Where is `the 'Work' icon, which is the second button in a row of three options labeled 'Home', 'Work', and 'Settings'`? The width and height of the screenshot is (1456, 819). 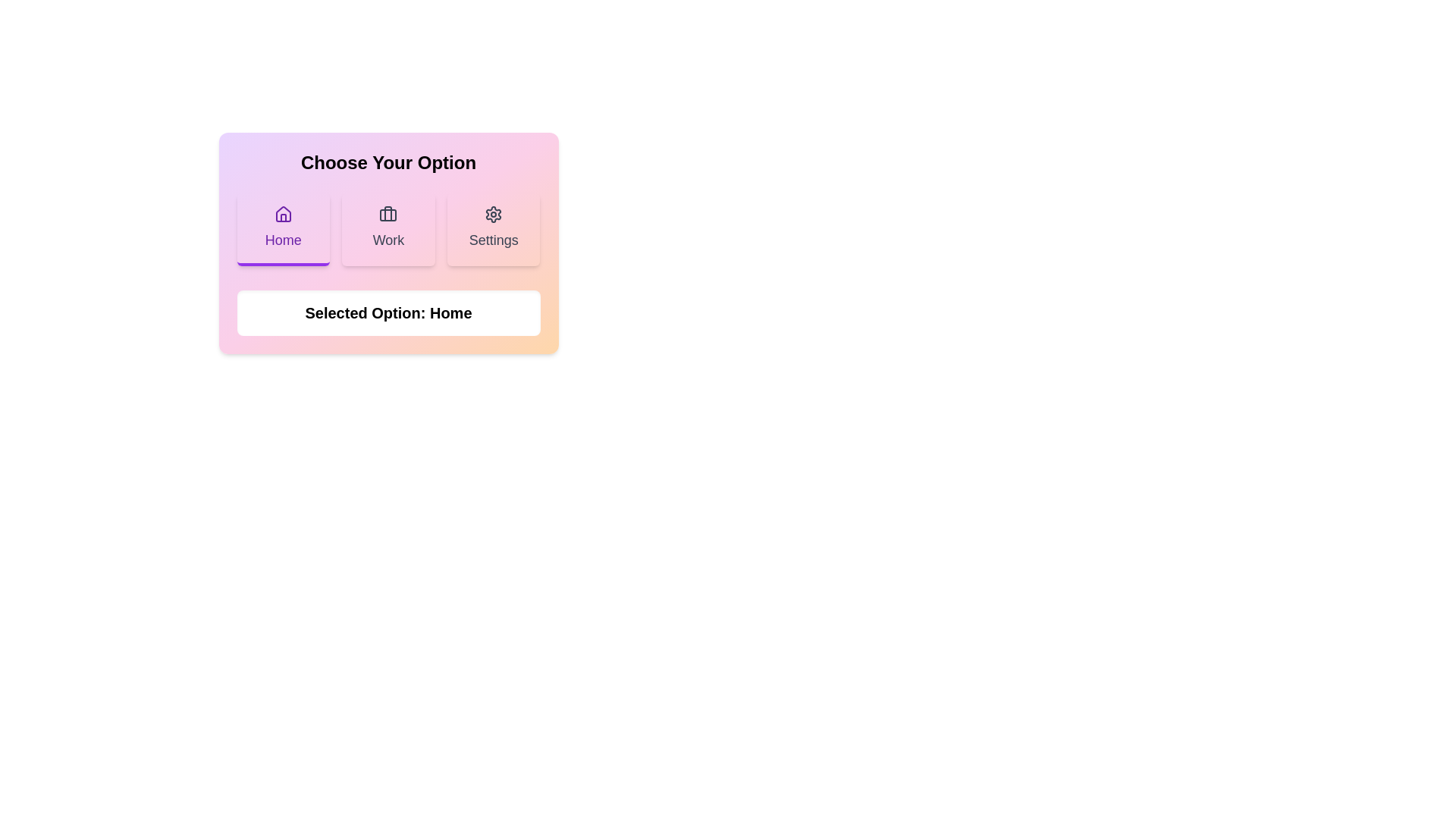 the 'Work' icon, which is the second button in a row of three options labeled 'Home', 'Work', and 'Settings' is located at coordinates (388, 214).